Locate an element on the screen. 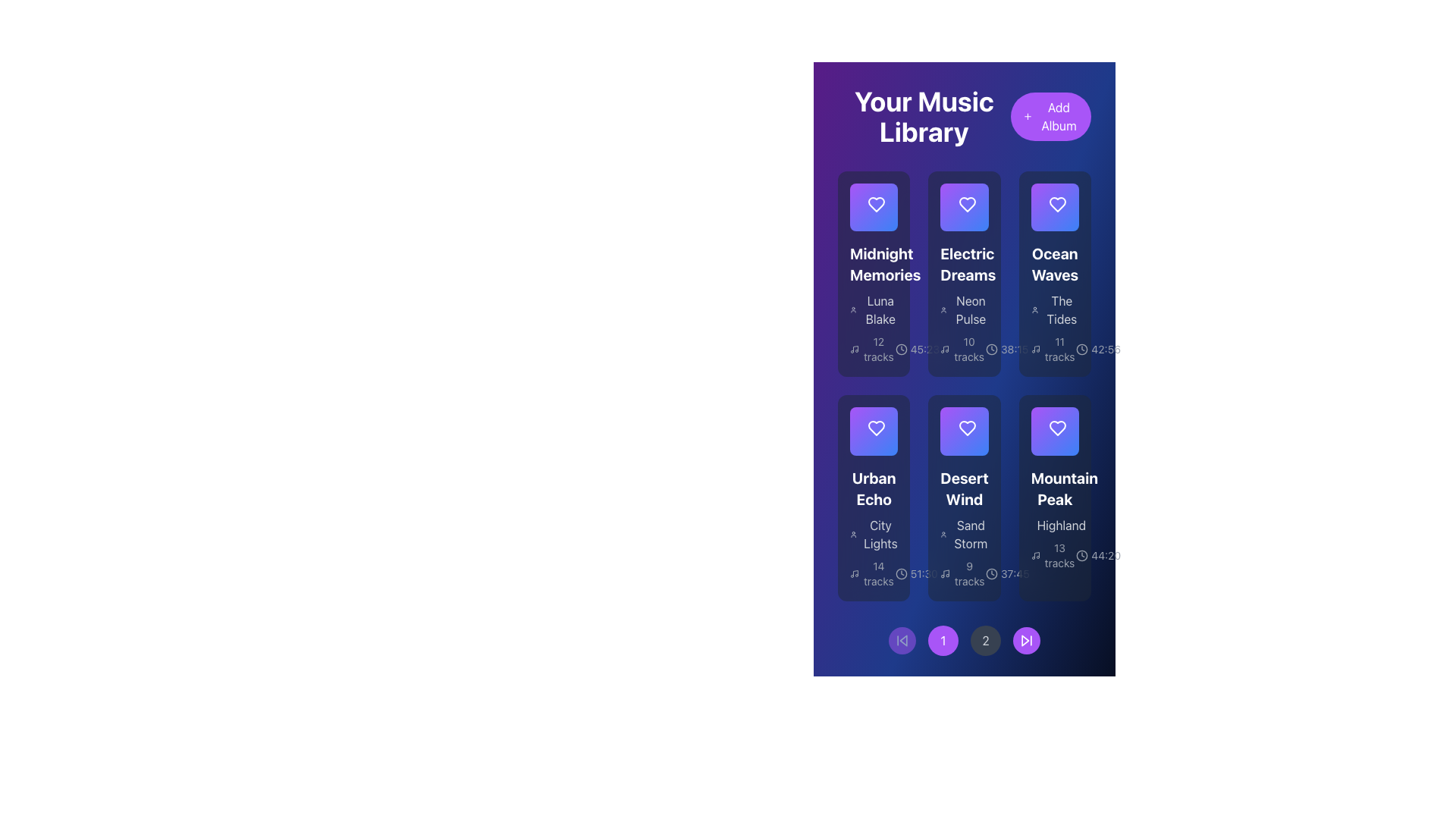  the text element displaying 'Neon Pulse', located under the heading 'Electric Dreams' in the second card of the first row of the grid layout is located at coordinates (971, 309).